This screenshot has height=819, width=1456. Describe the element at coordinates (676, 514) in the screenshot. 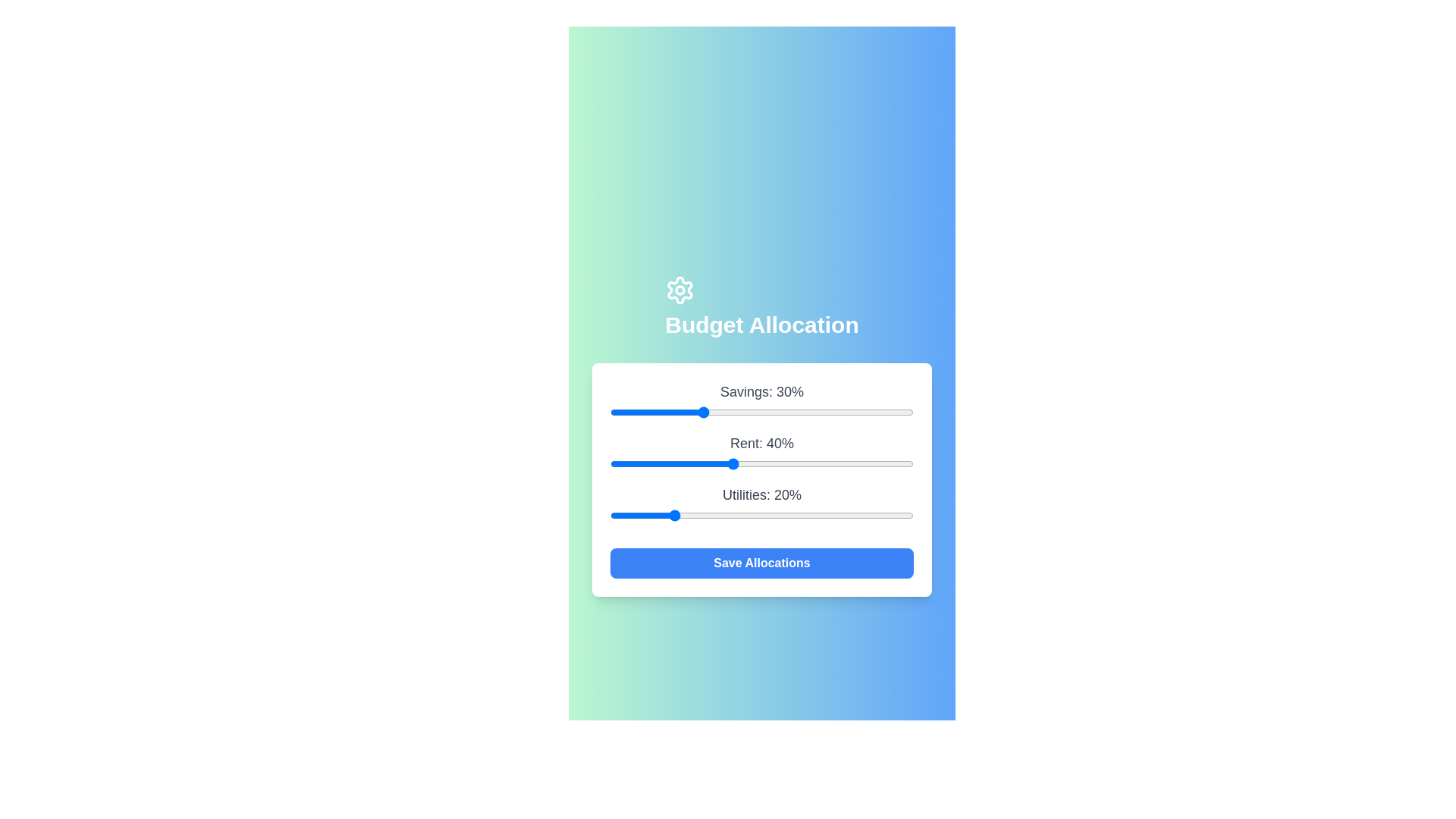

I see `the 'Utilities' slider to allocate 22% of the budget` at that location.